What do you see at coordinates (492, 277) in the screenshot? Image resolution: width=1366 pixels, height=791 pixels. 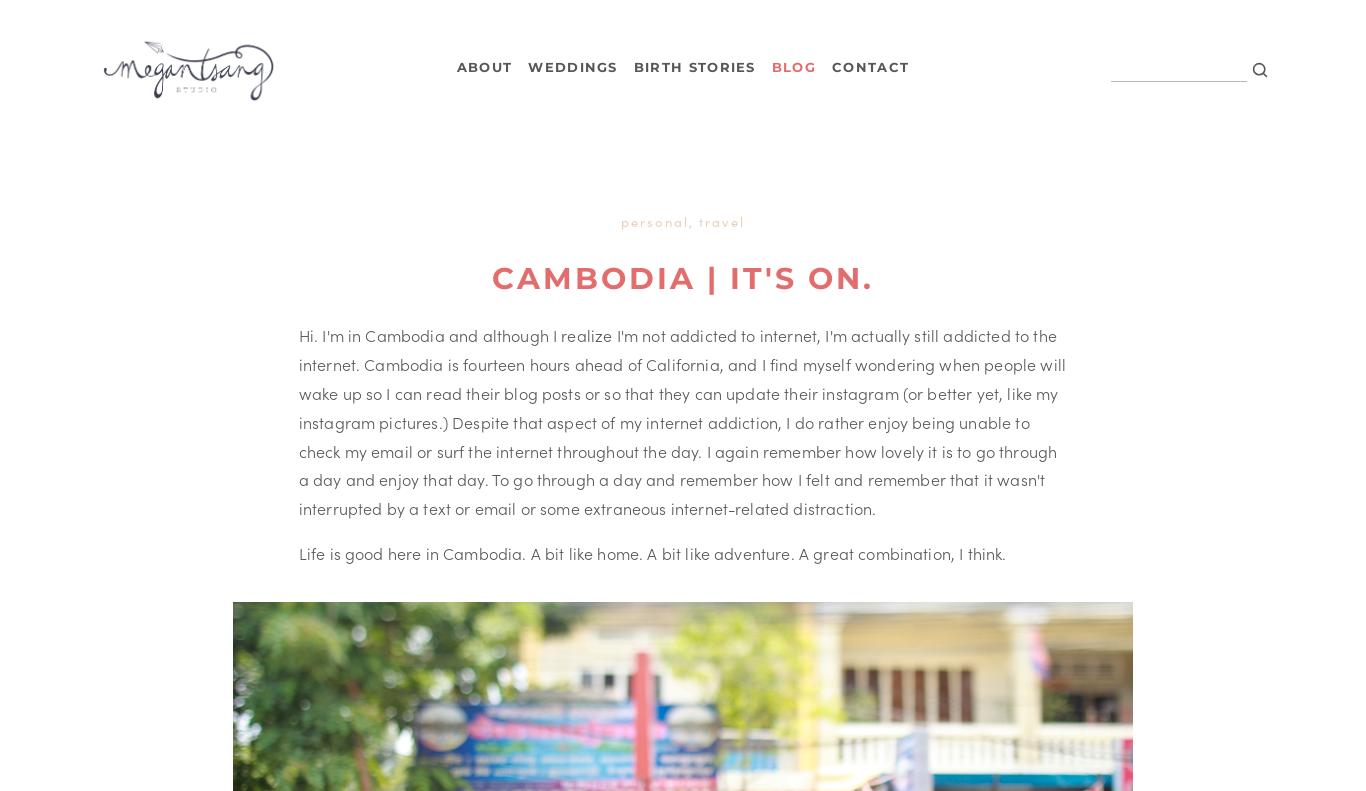 I see `'cambodia | it's on.'` at bounding box center [492, 277].